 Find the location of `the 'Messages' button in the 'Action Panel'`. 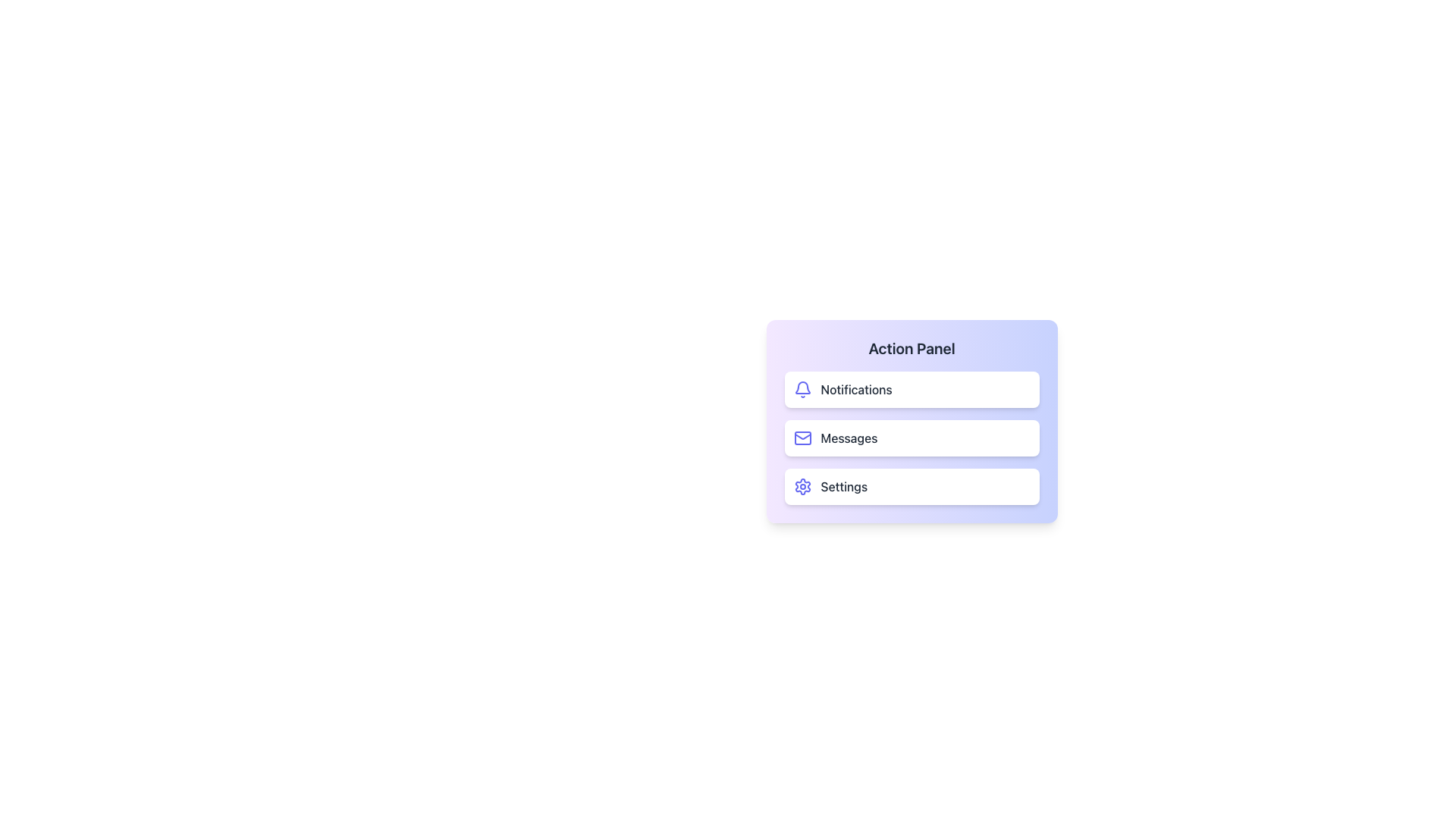

the 'Messages' button in the 'Action Panel' is located at coordinates (911, 421).